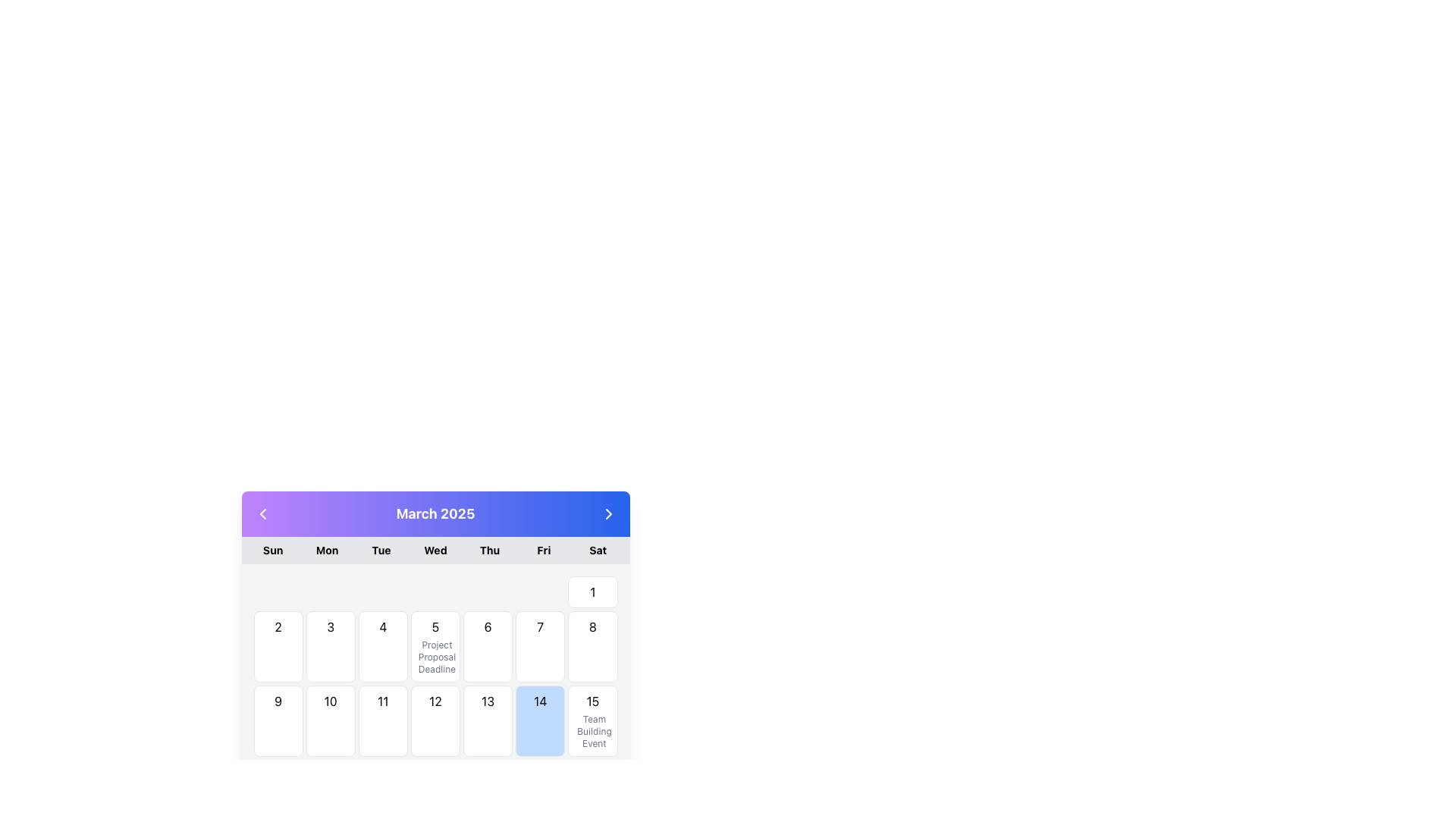 The width and height of the screenshot is (1456, 819). I want to click on the calendar cell displaying '5' with the text 'Project Proposal Deadline', so click(435, 646).